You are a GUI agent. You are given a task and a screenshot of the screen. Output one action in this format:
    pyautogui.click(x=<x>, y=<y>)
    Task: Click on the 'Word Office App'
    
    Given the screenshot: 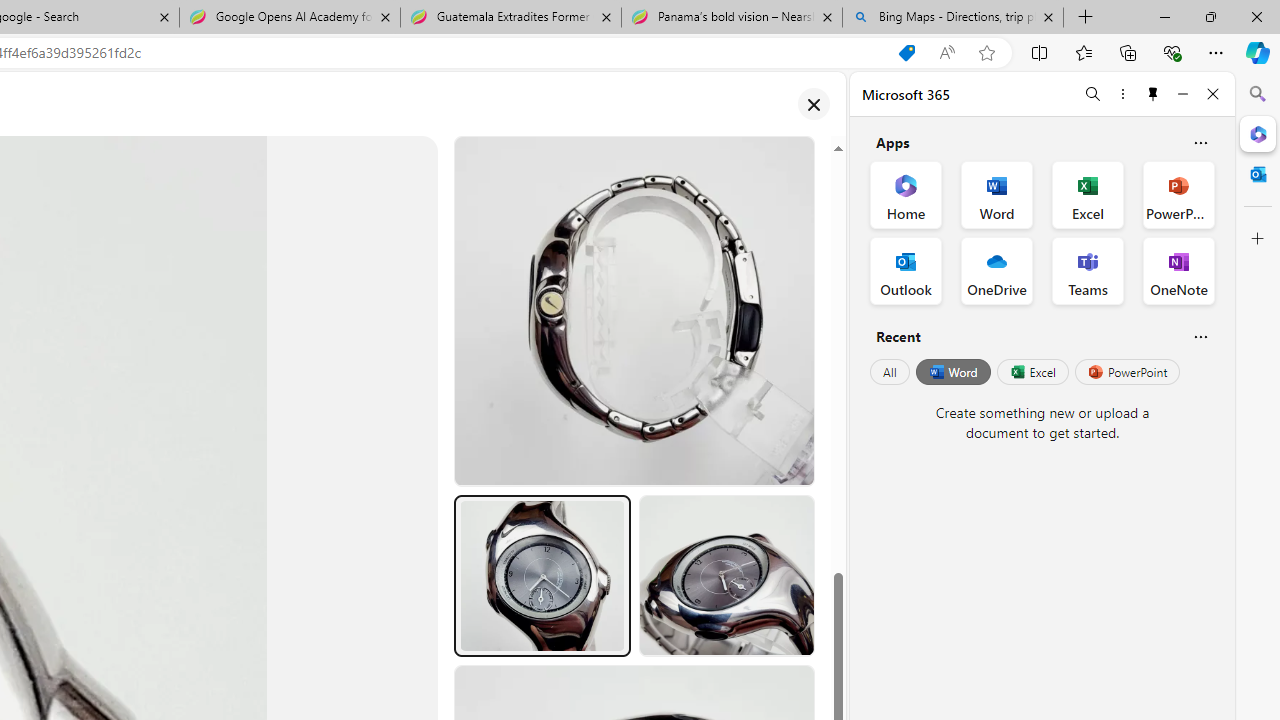 What is the action you would take?
    pyautogui.click(x=997, y=195)
    